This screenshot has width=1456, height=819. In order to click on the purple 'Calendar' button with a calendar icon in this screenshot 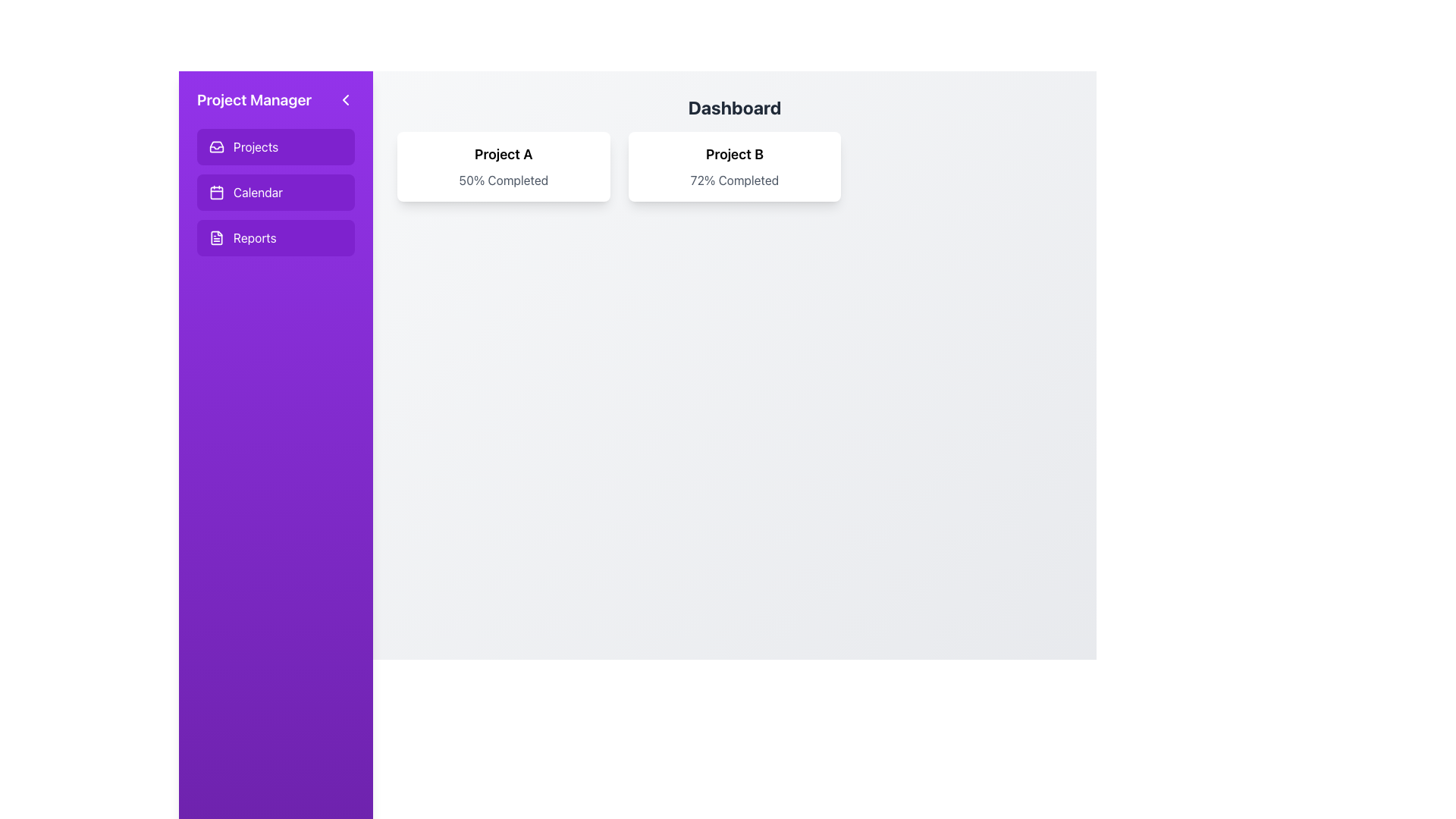, I will do `click(276, 192)`.